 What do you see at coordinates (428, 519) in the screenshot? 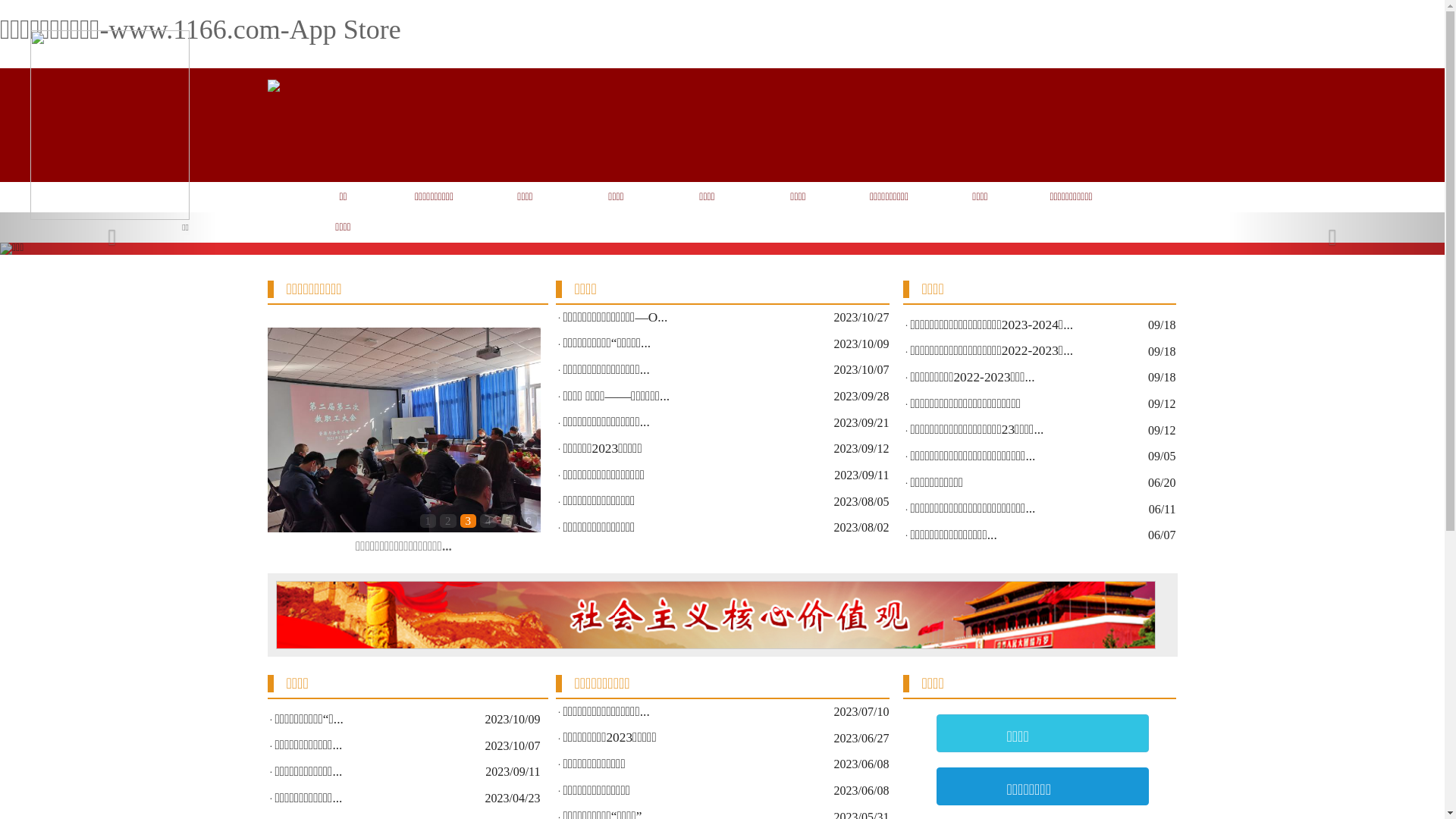
I see `'1'` at bounding box center [428, 519].